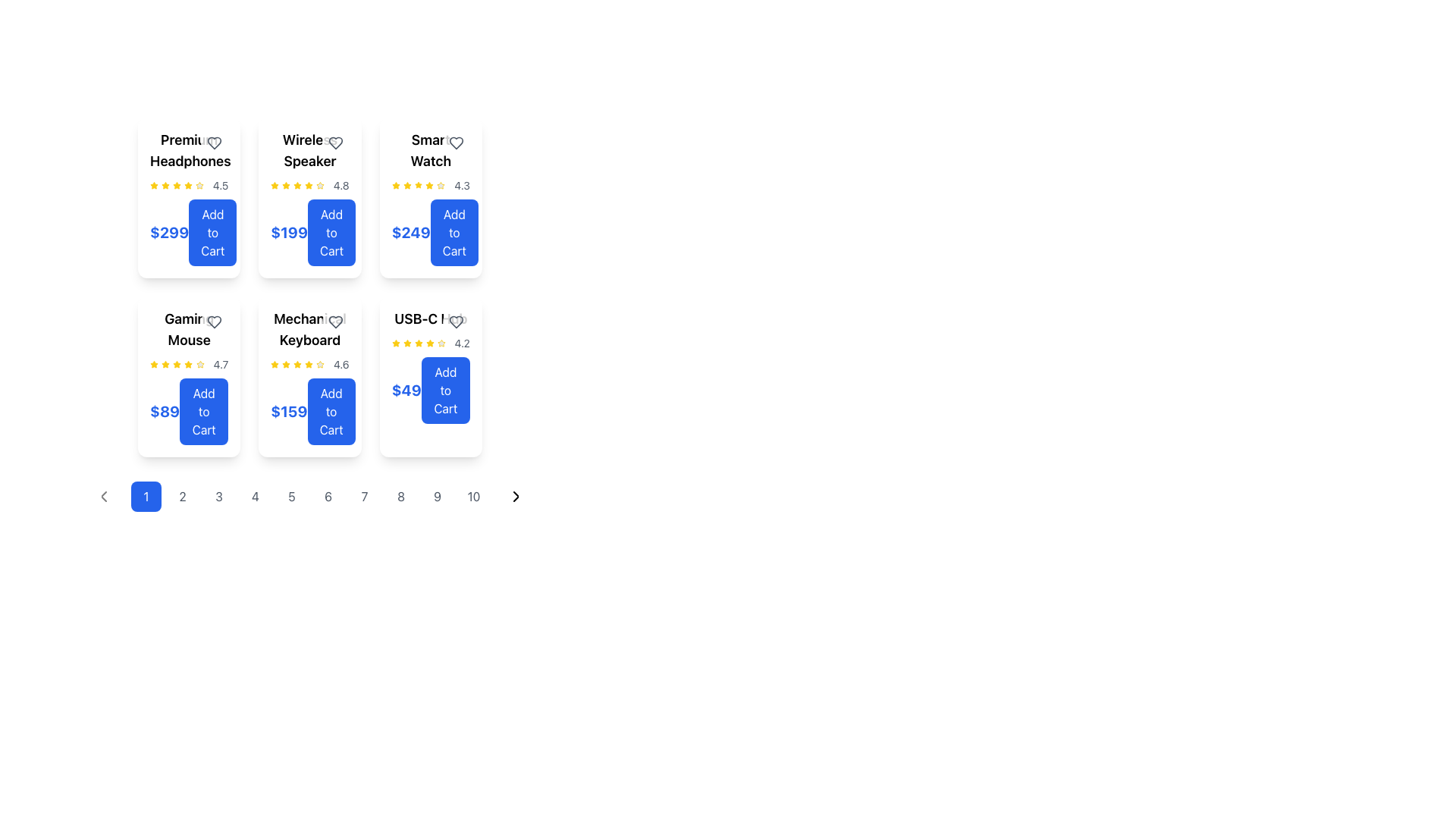 This screenshot has width=1456, height=819. I want to click on the third yellow star icon for rating in the product card layout of the 'Wireless Speaker', so click(275, 184).